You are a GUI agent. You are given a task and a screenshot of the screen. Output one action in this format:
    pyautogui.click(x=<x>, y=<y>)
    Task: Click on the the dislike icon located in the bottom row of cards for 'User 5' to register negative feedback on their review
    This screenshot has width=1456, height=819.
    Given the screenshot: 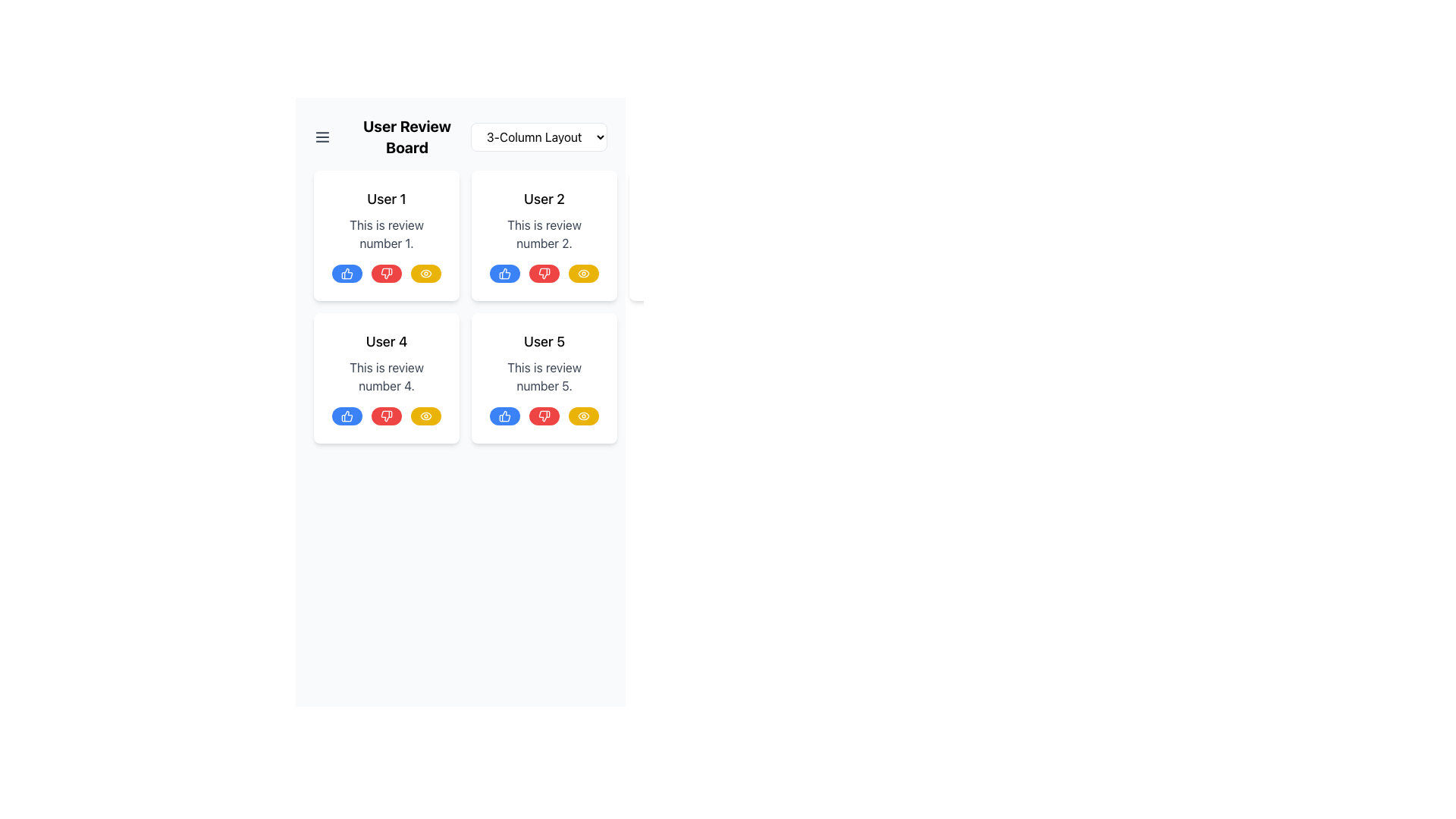 What is the action you would take?
    pyautogui.click(x=544, y=416)
    